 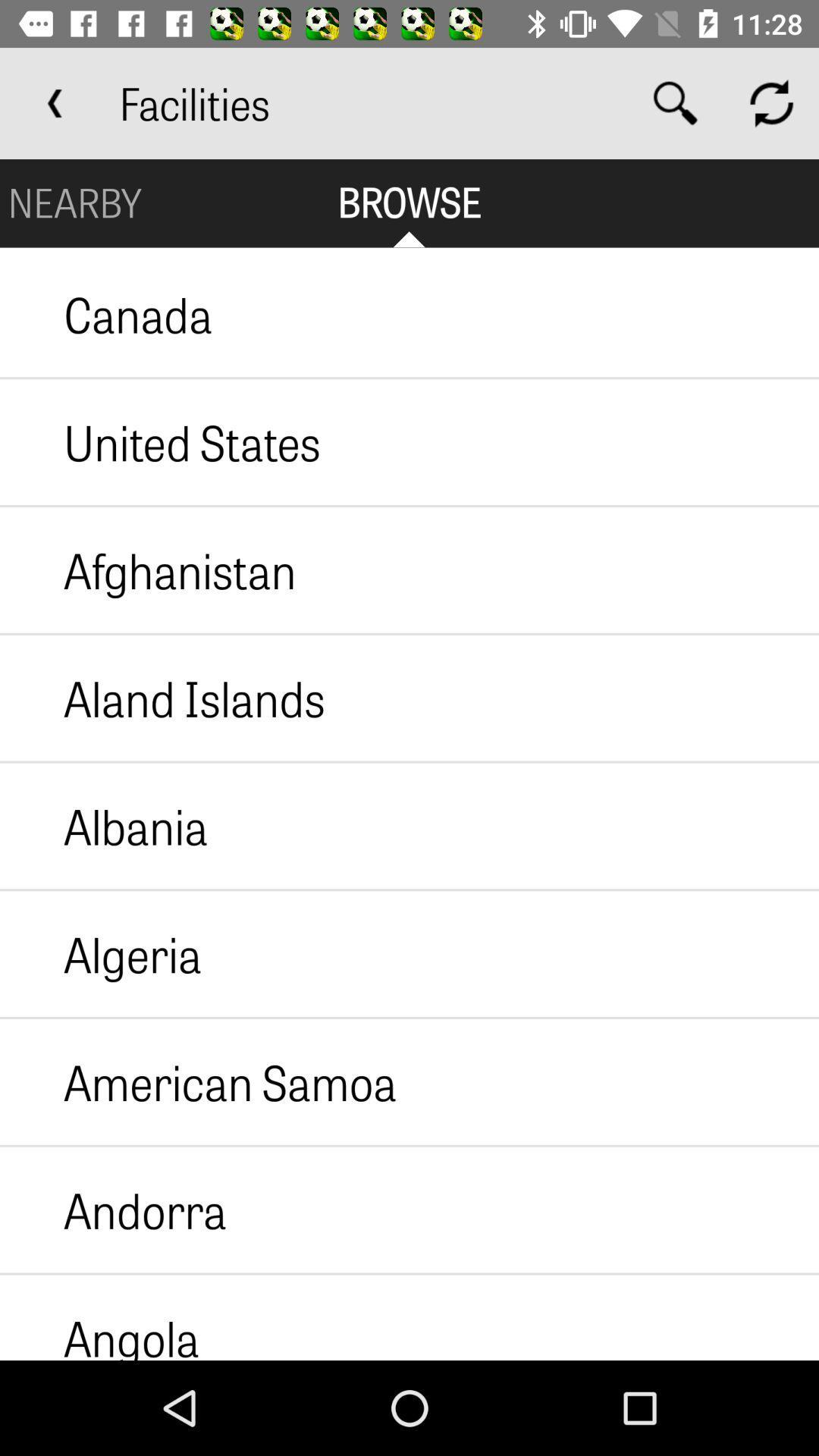 I want to click on icon to the right of facilities icon, so click(x=675, y=102).